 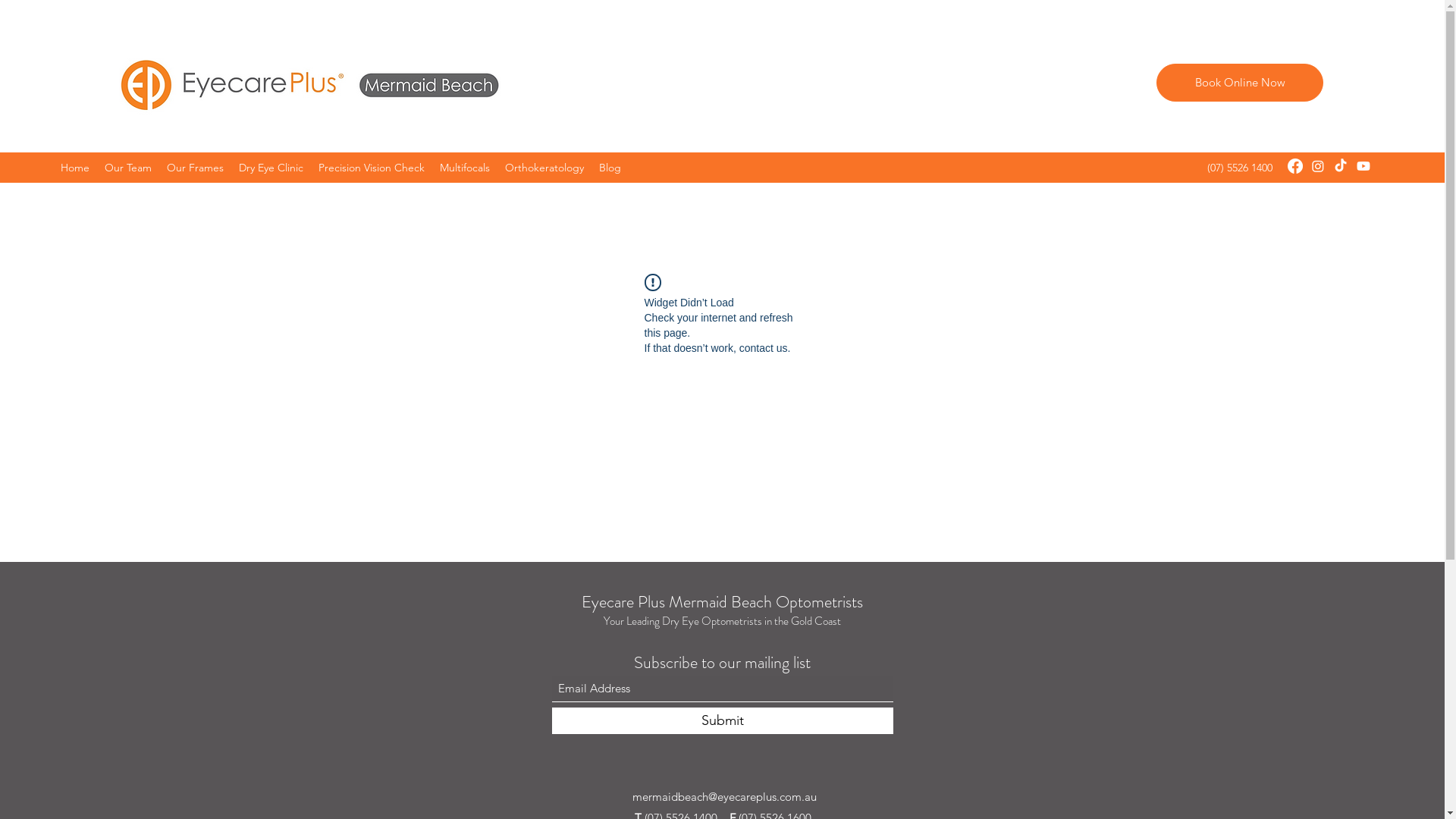 What do you see at coordinates (371, 167) in the screenshot?
I see `'Precision Vision Check'` at bounding box center [371, 167].